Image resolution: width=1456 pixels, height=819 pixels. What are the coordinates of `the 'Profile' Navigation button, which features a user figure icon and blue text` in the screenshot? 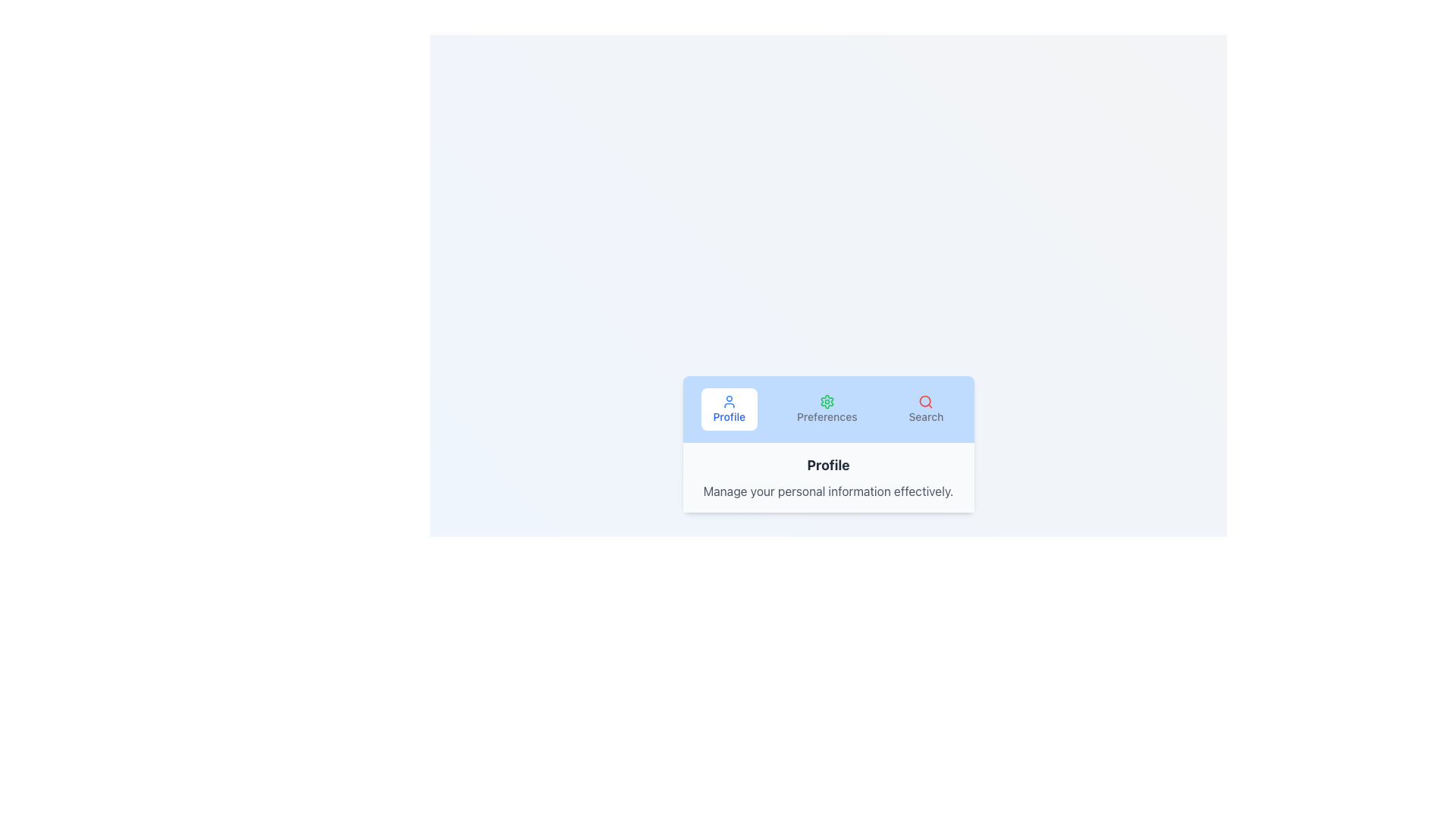 It's located at (729, 409).